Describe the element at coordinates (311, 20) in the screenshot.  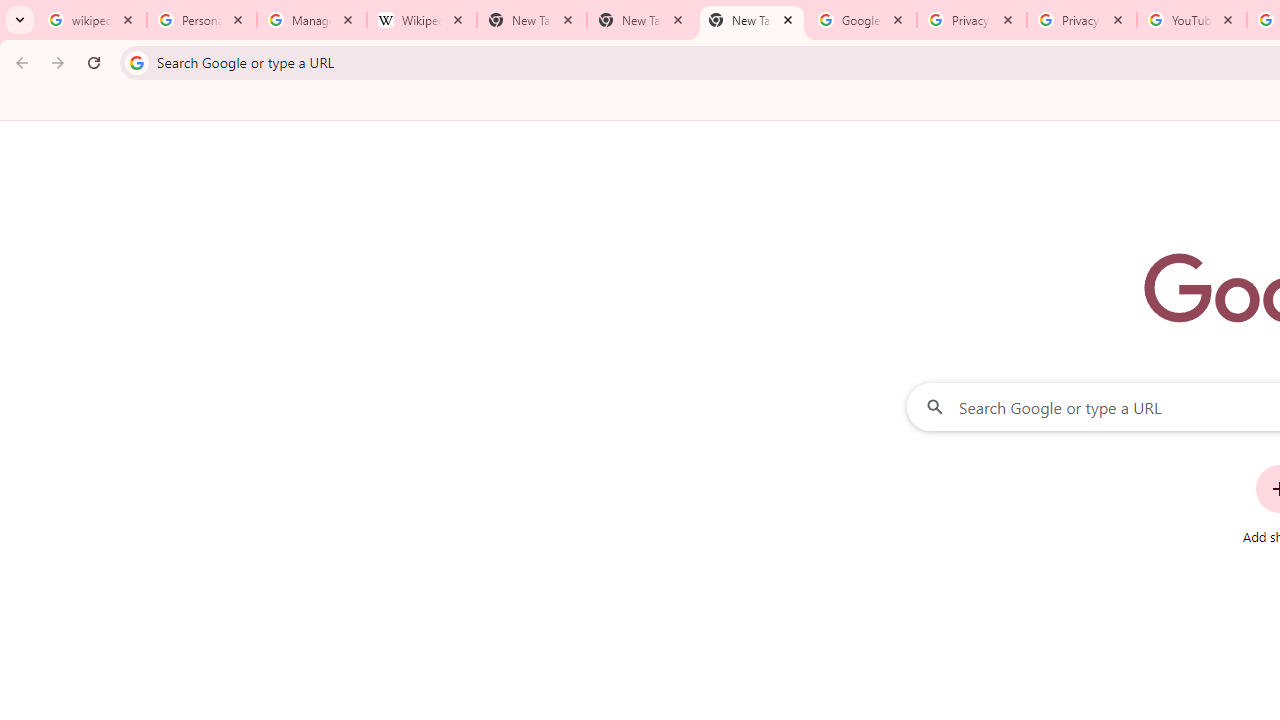
I see `'Manage your Location History - Google Search Help'` at that location.